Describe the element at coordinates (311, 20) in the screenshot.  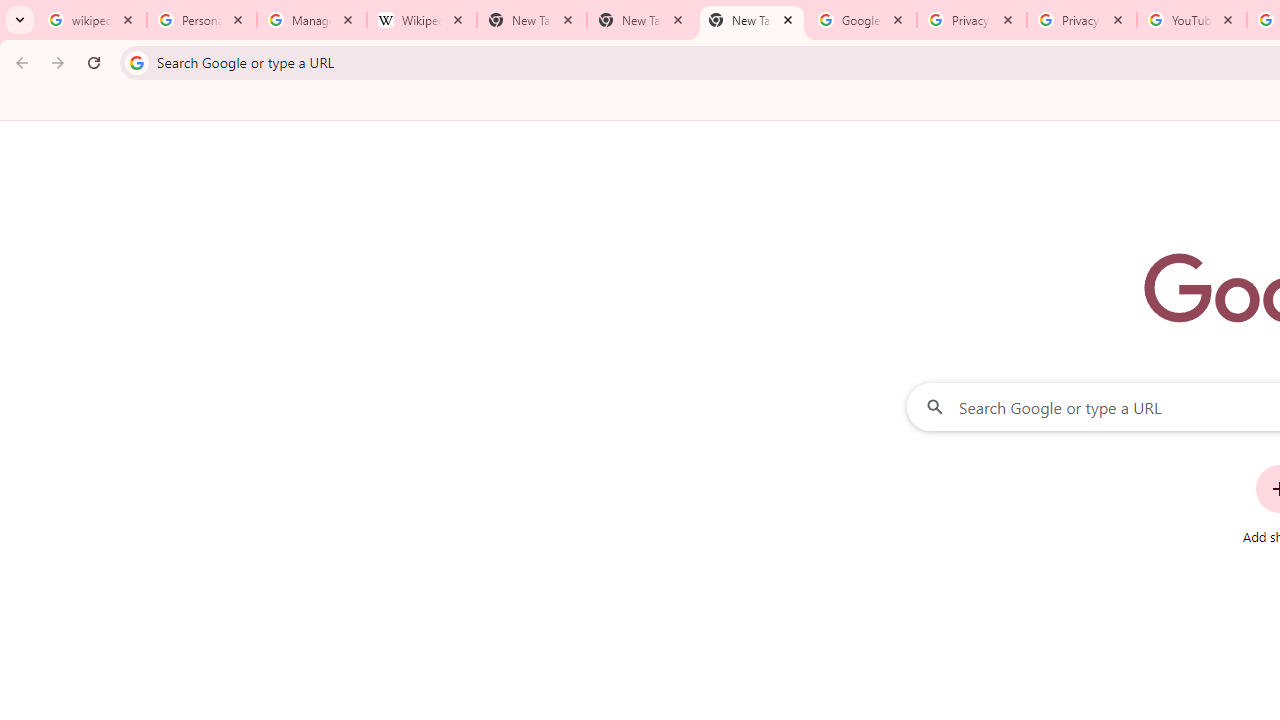
I see `'Manage your Location History - Google Search Help'` at that location.